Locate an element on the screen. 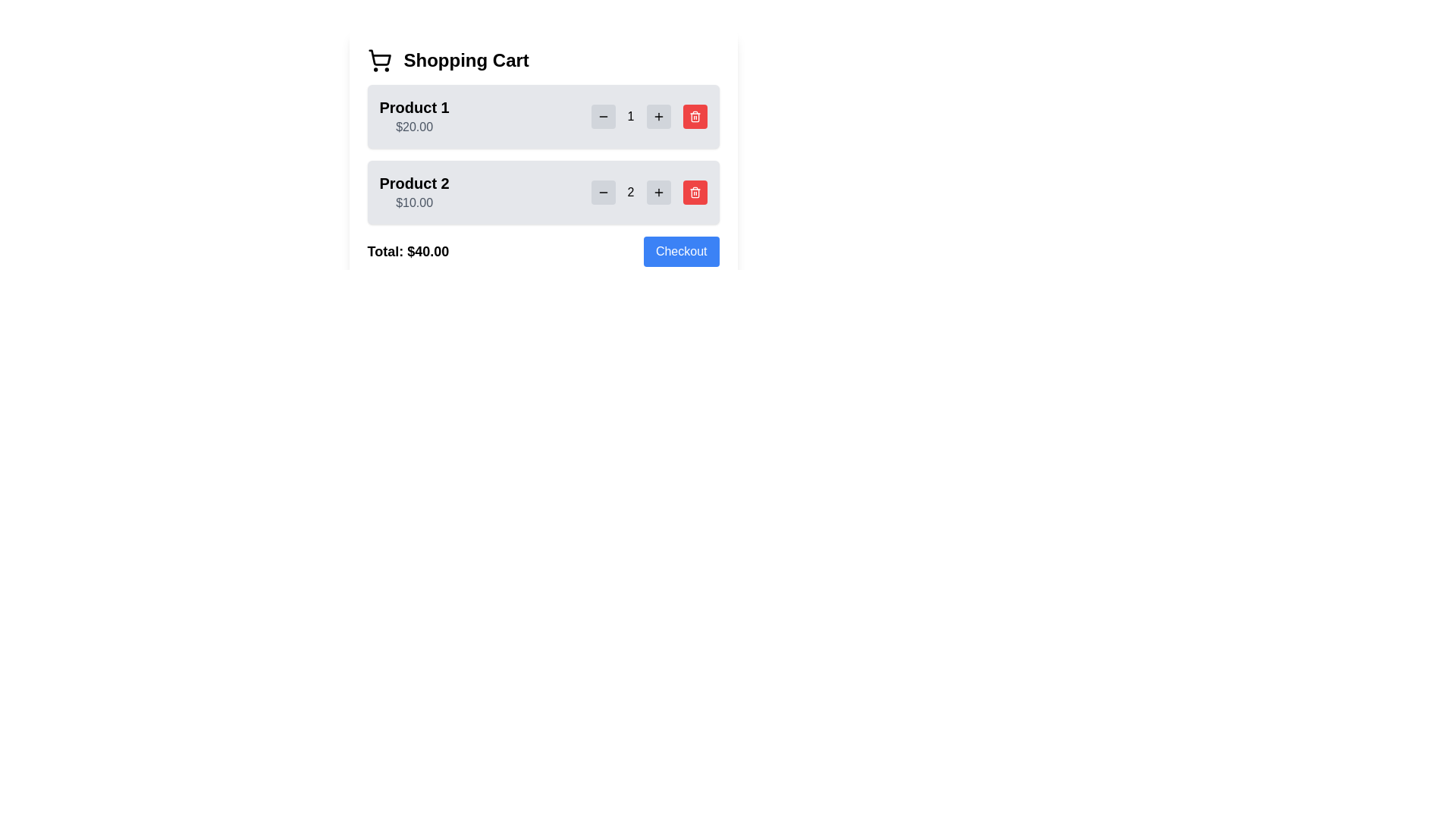  the minus icon button in the shopping cart interface is located at coordinates (602, 116).